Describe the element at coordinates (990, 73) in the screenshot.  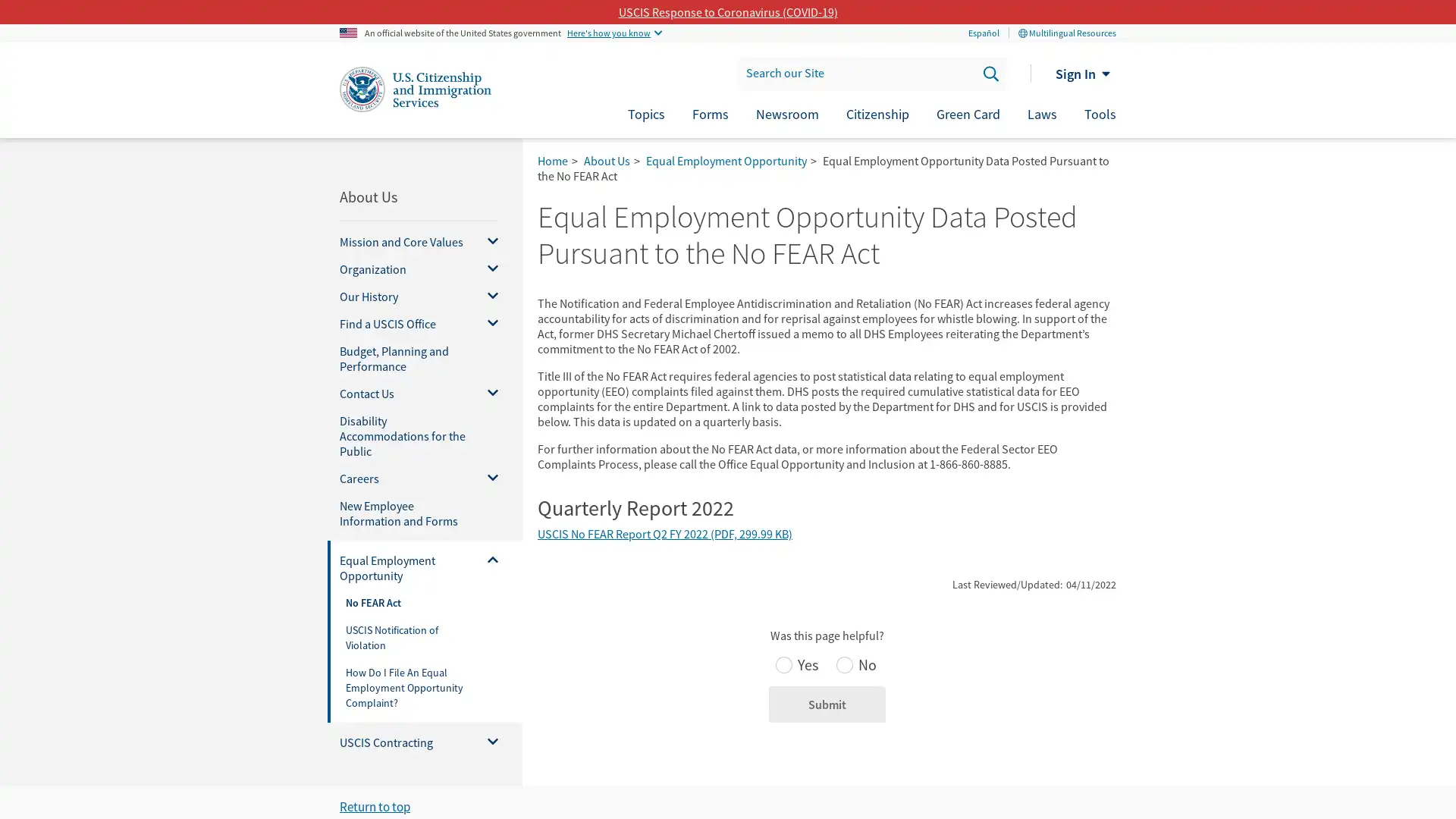
I see `Search` at that location.